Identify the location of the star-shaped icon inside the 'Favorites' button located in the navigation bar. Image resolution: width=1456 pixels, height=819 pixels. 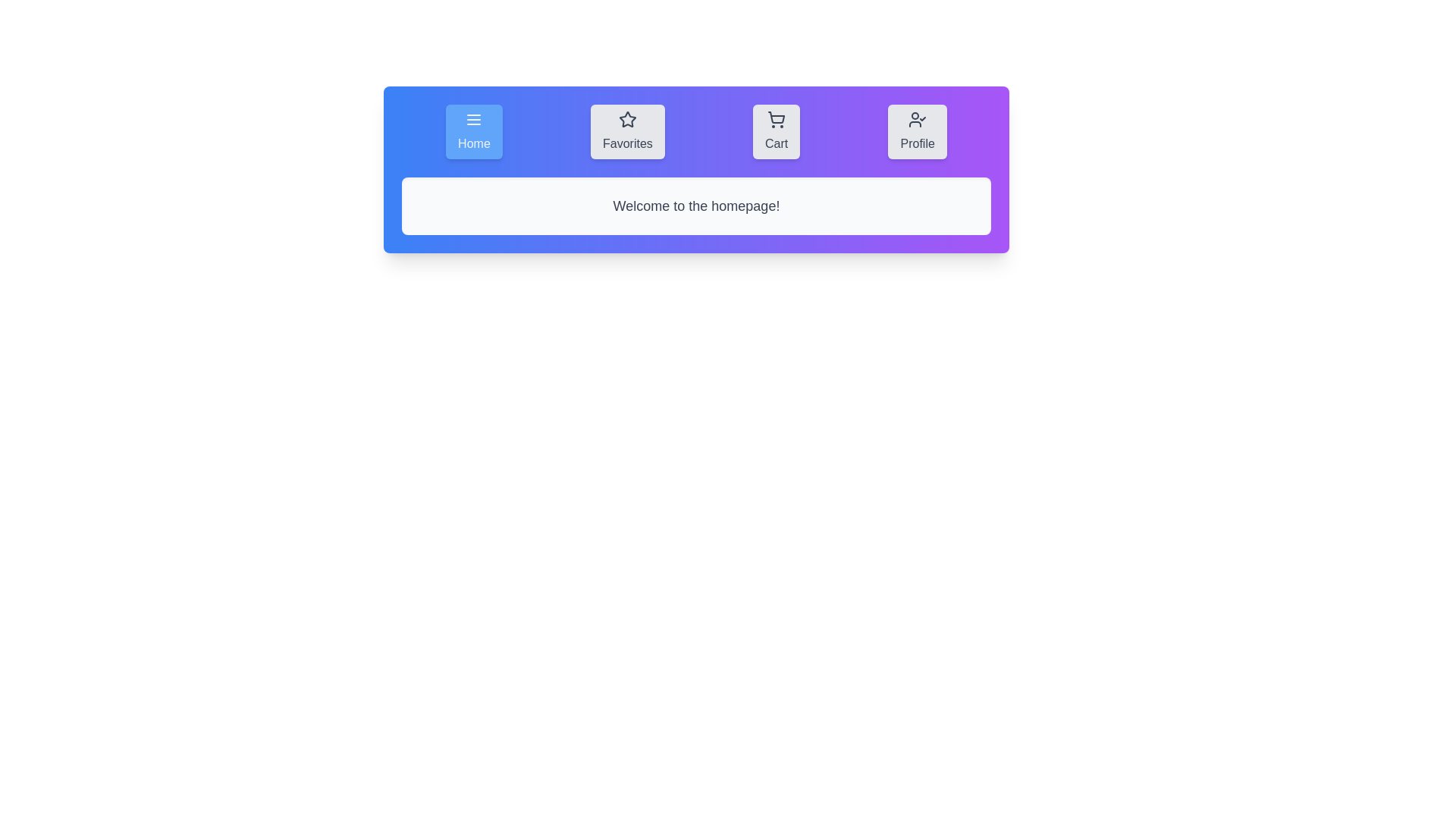
(627, 118).